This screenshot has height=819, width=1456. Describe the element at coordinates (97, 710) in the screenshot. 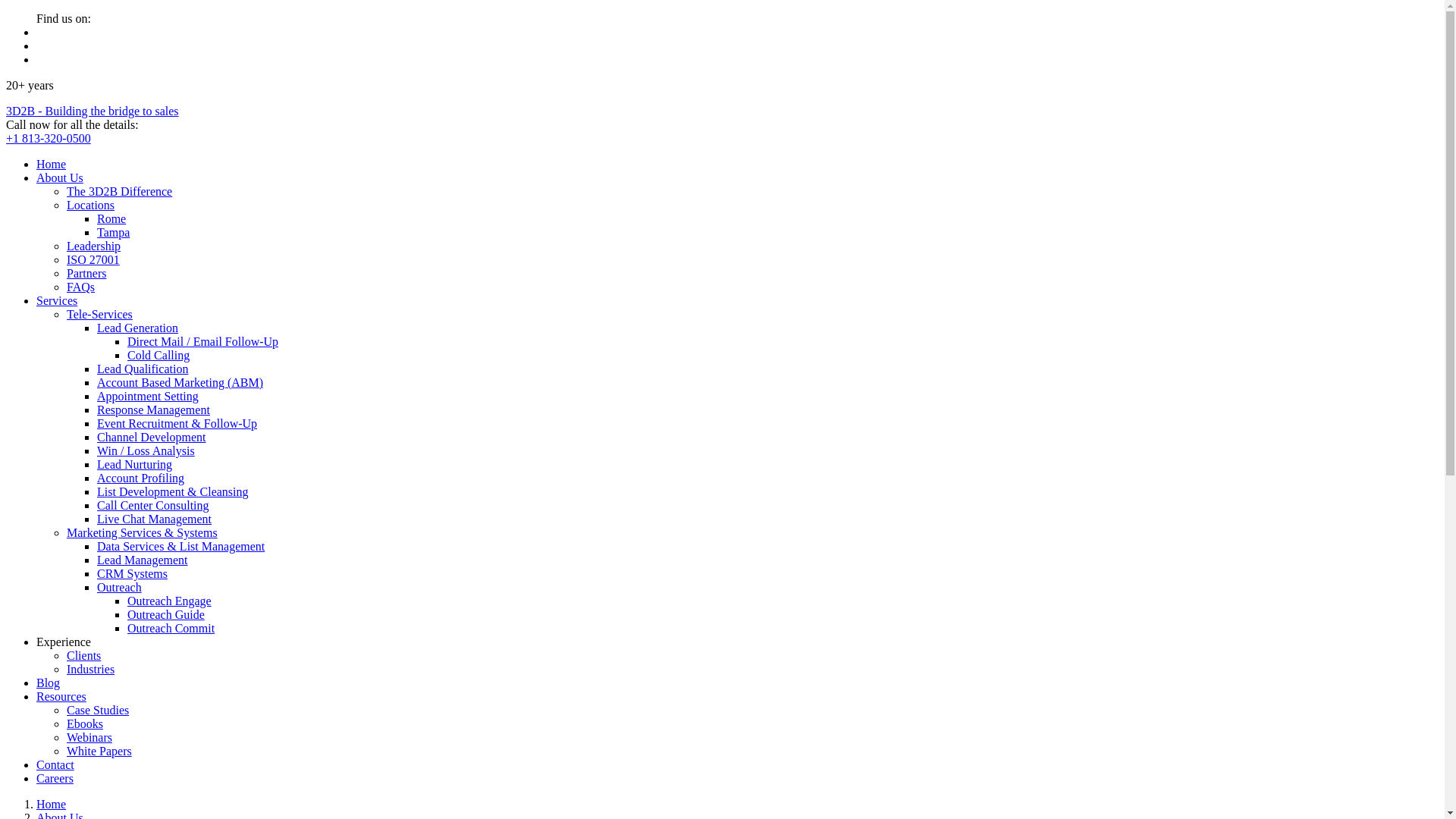

I see `'Case Studies'` at that location.